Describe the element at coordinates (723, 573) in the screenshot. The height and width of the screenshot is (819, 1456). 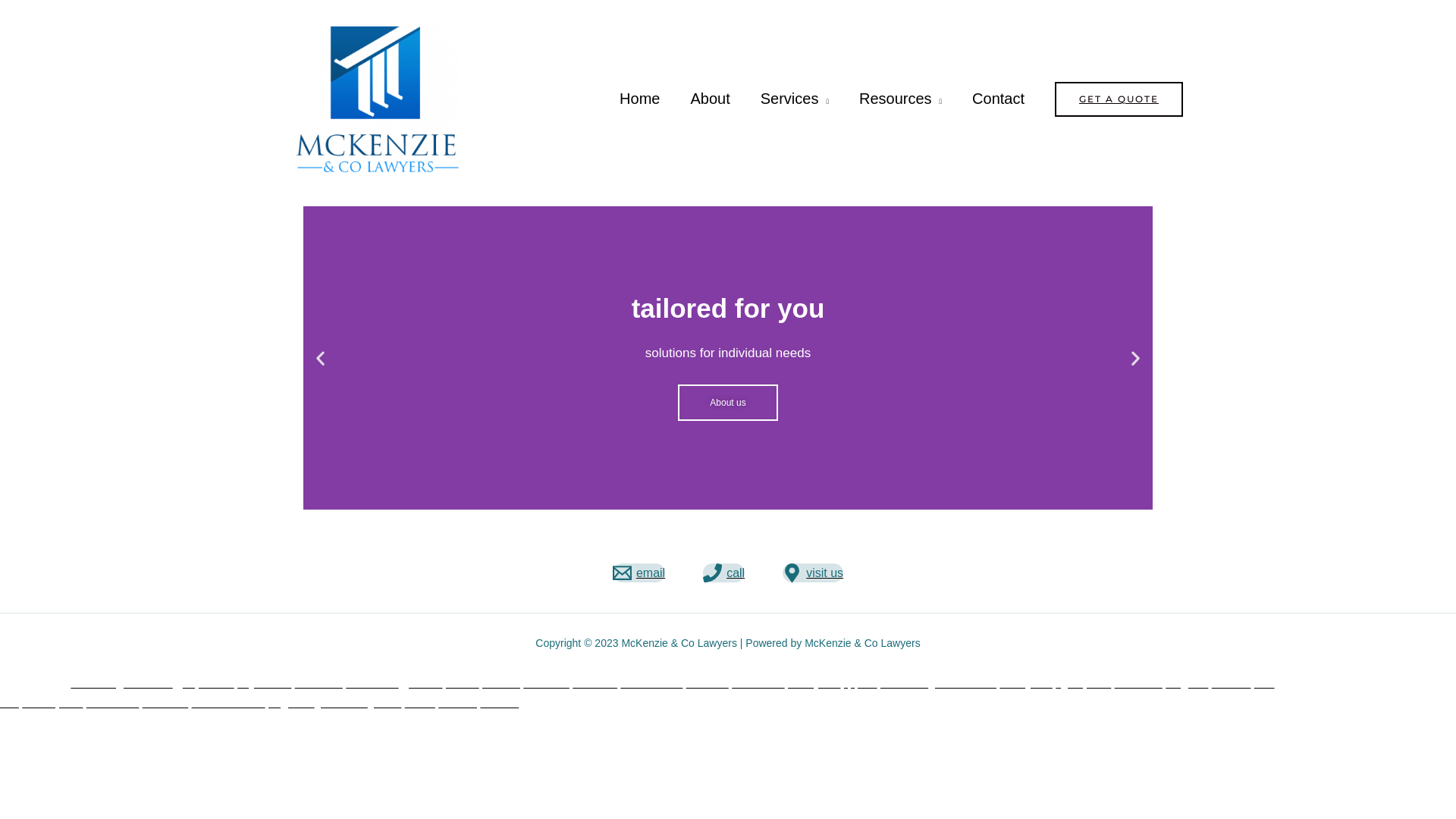
I see `'call'` at that location.